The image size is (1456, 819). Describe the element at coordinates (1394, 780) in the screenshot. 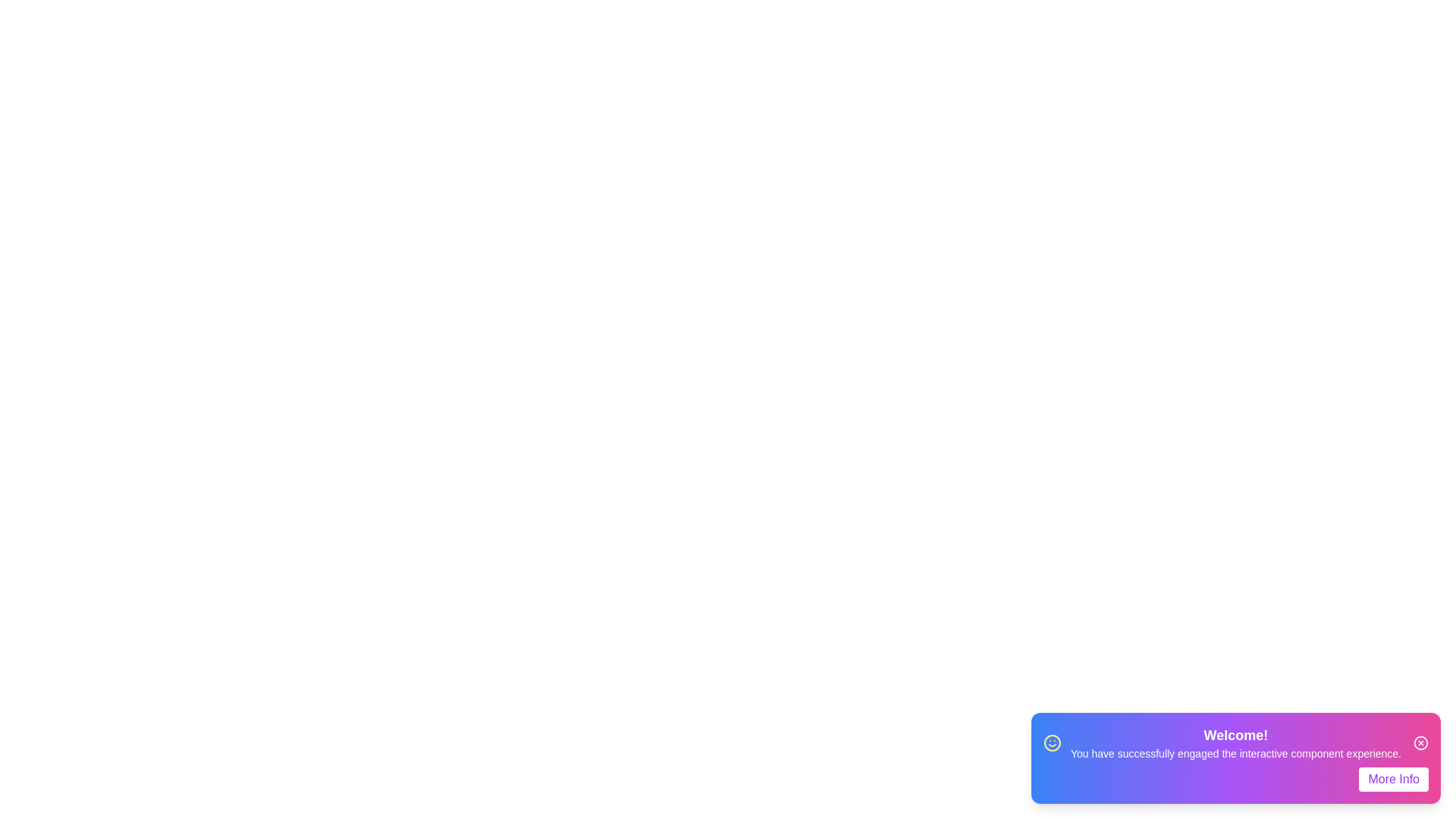

I see `the 'More Info' button to access additional information` at that location.